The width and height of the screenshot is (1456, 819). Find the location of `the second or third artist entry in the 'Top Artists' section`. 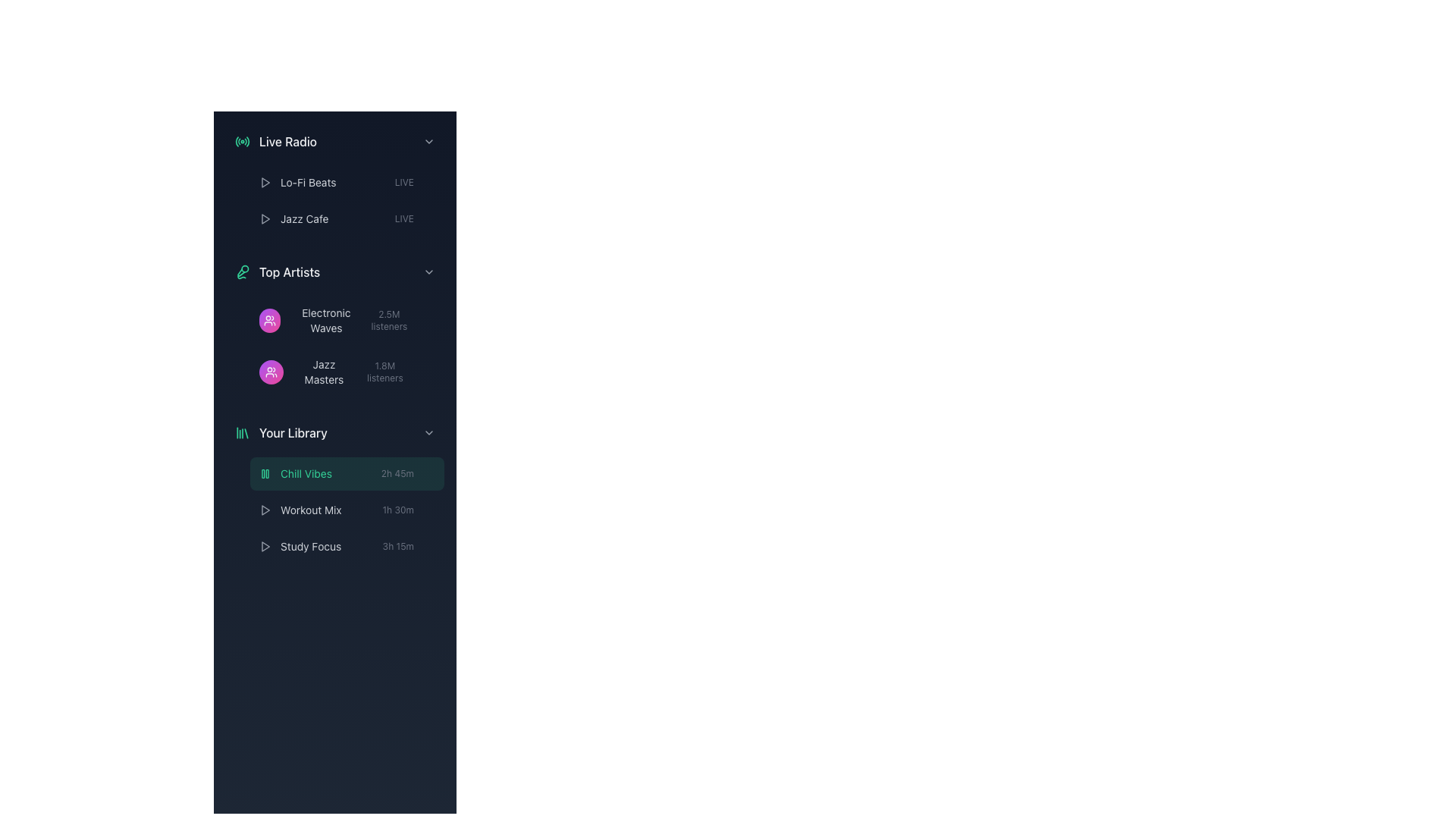

the second or third artist entry in the 'Top Artists' section is located at coordinates (334, 346).